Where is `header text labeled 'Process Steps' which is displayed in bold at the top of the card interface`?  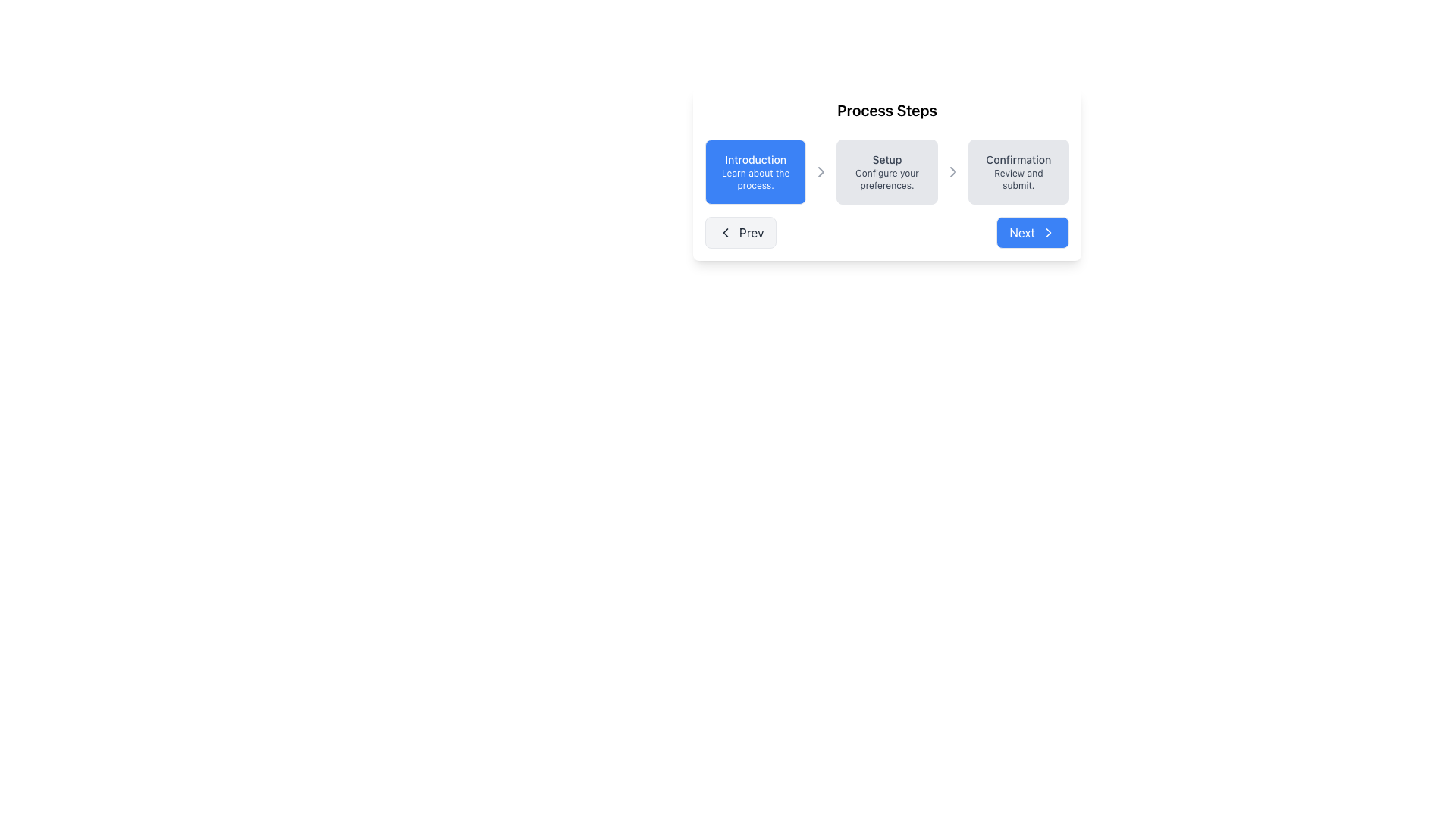 header text labeled 'Process Steps' which is displayed in bold at the top of the card interface is located at coordinates (887, 110).